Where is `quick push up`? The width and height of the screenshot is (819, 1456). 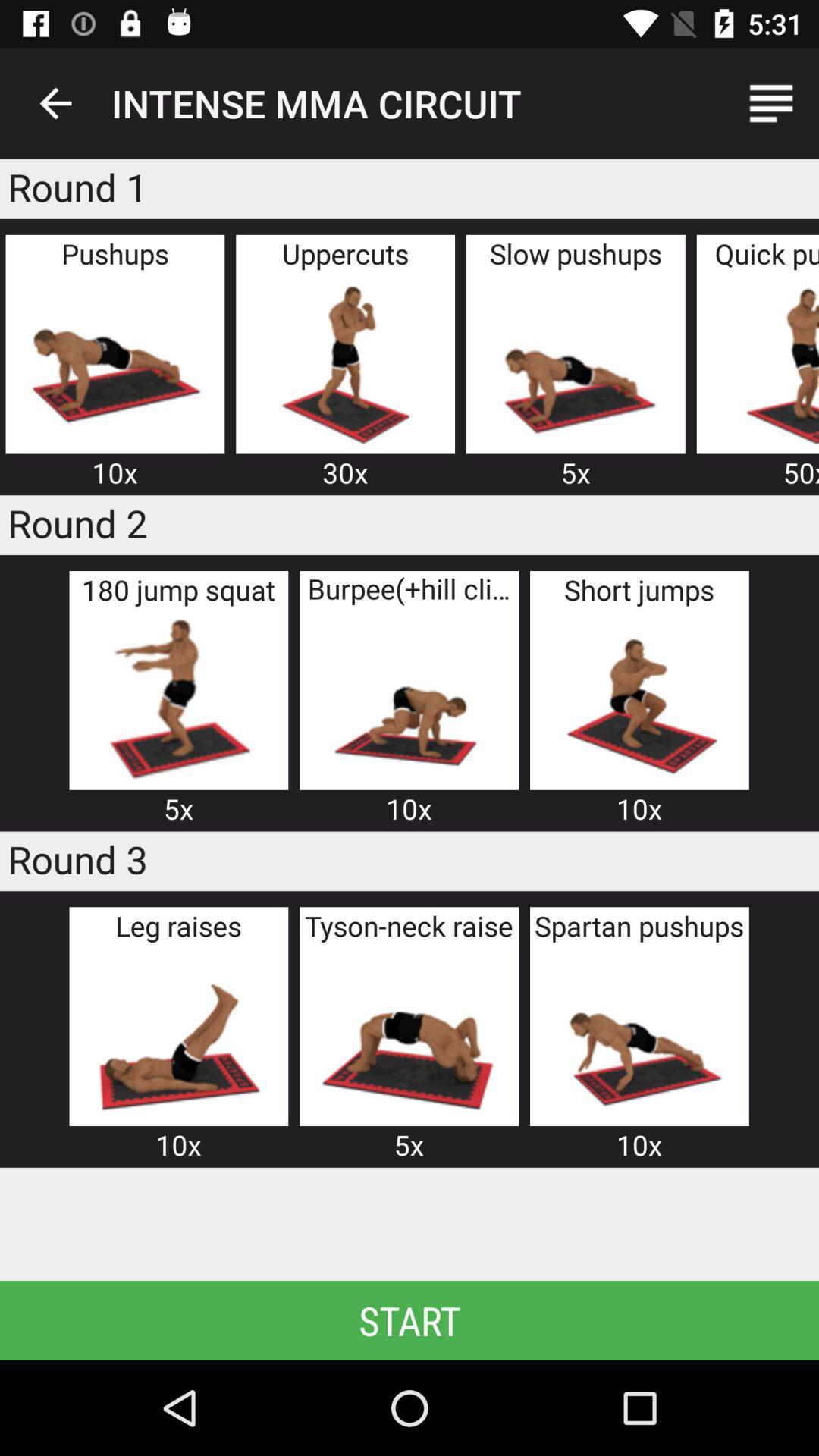 quick push up is located at coordinates (767, 362).